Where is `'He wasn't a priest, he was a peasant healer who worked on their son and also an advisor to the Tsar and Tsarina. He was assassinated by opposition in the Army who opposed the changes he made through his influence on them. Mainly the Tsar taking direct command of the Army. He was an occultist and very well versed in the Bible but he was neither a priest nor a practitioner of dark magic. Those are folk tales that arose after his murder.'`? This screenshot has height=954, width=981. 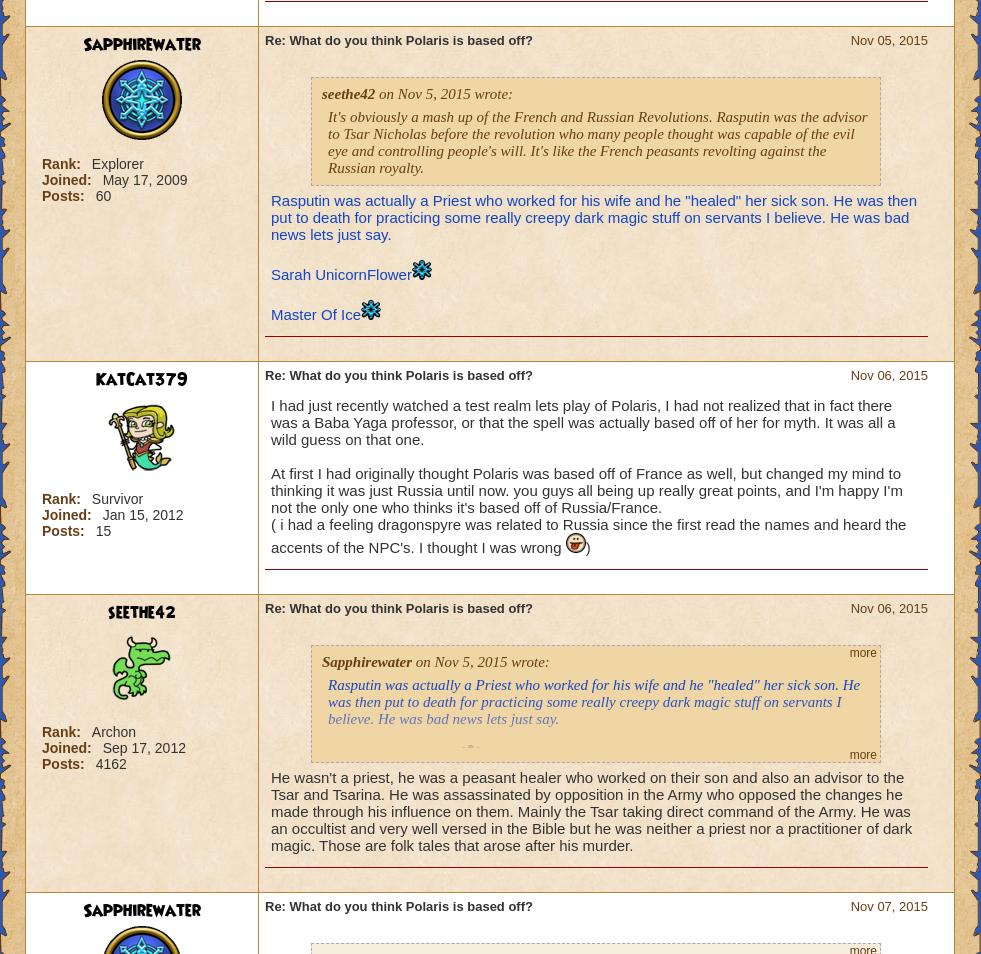
'He wasn't a priest, he was a peasant healer who worked on their son and also an advisor to the Tsar and Tsarina. He was assassinated by opposition in the Army who opposed the changes he made through his influence on them. Mainly the Tsar taking direct command of the Army. He was an occultist and very well versed in the Bible but he was neither a priest nor a practitioner of dark magic. Those are folk tales that arose after his murder.' is located at coordinates (591, 811).